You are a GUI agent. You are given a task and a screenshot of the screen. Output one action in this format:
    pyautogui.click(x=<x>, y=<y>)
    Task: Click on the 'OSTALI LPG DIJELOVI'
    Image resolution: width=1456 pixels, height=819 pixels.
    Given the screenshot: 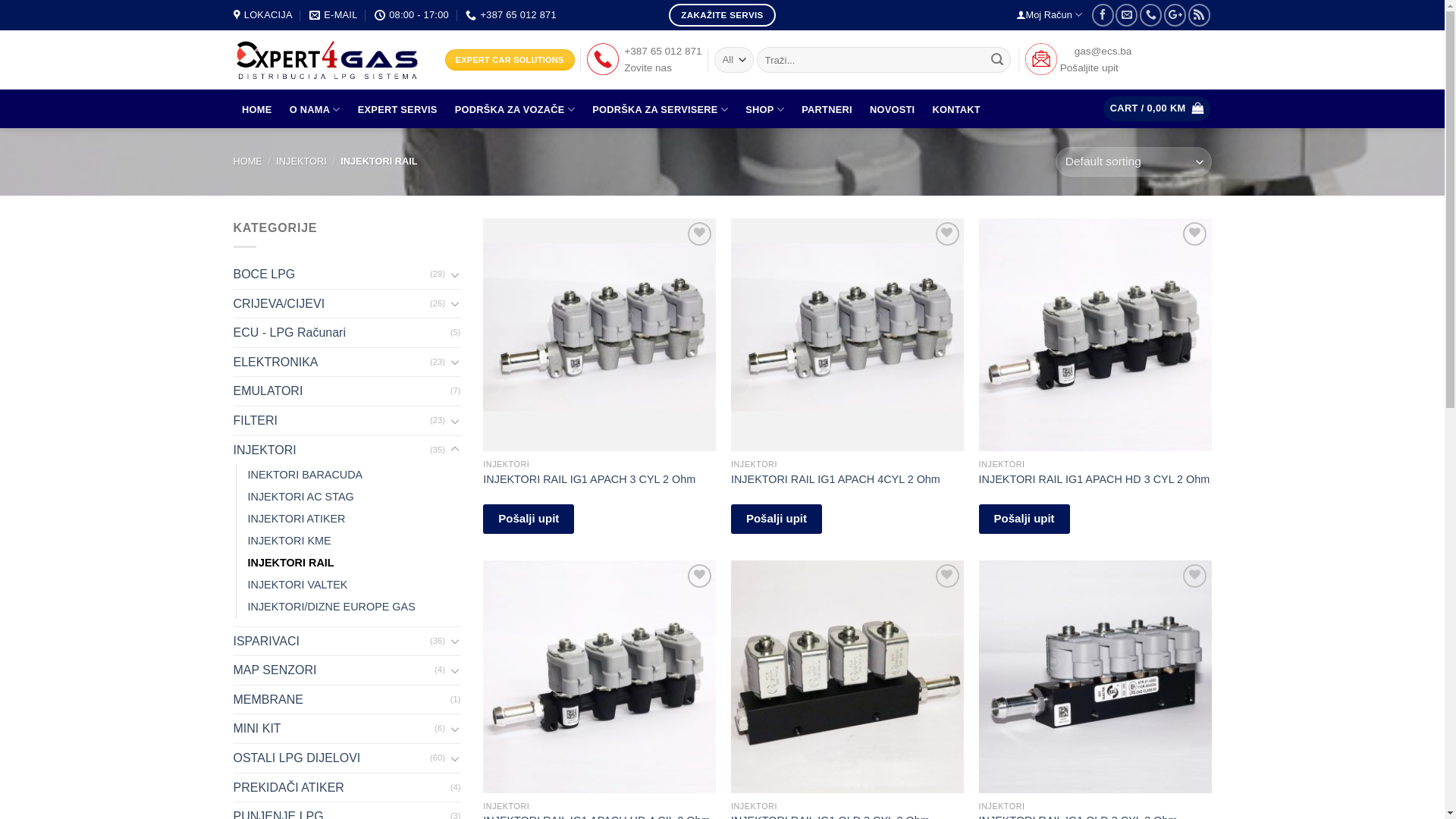 What is the action you would take?
    pyautogui.click(x=331, y=758)
    